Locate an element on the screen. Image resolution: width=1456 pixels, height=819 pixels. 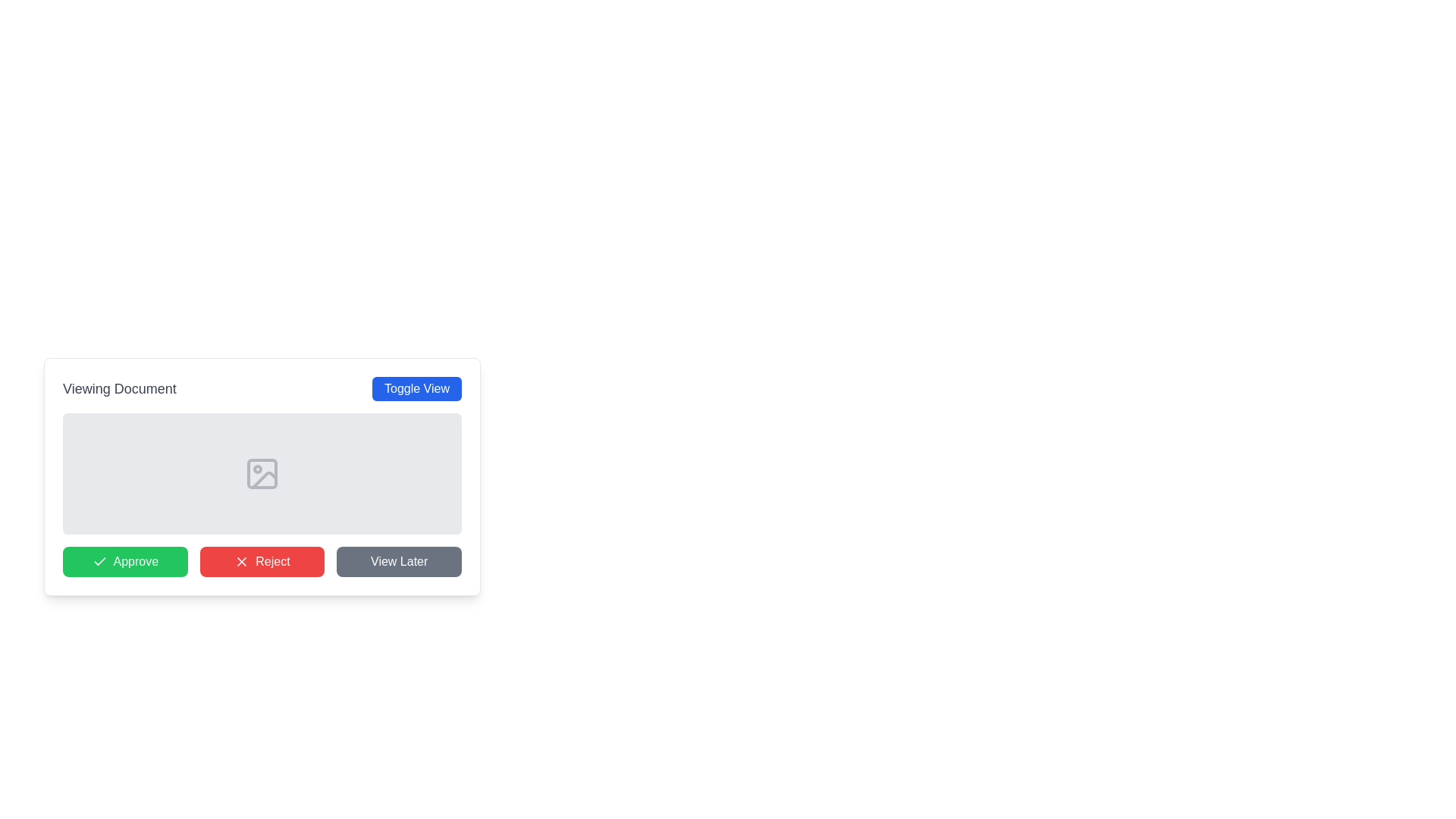
the button group containing 'Approve', 'Reject', and 'View Later' buttons is located at coordinates (262, 561).